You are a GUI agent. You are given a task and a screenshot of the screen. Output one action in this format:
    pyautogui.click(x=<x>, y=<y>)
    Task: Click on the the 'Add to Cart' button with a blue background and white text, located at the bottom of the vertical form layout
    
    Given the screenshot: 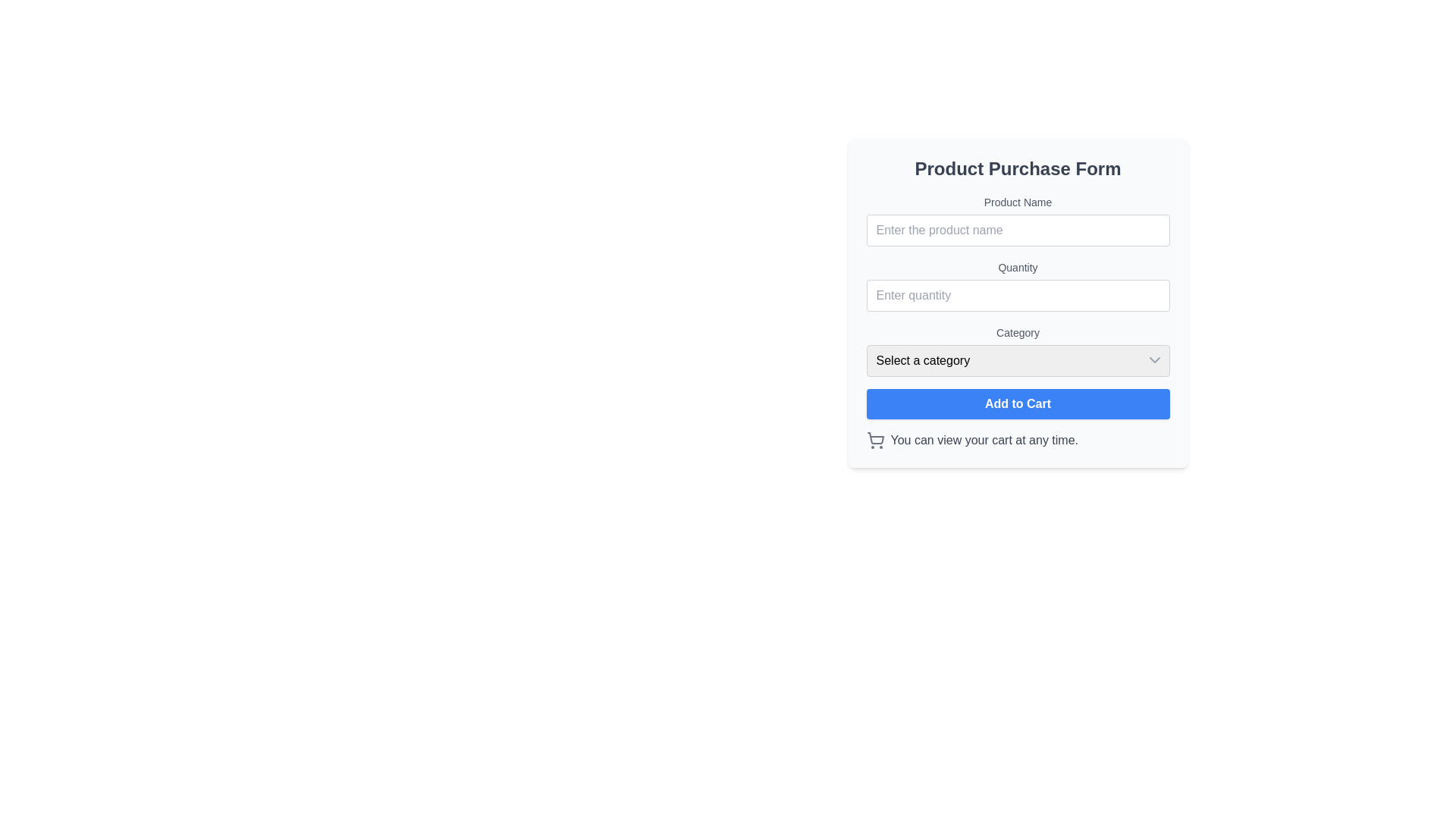 What is the action you would take?
    pyautogui.click(x=1018, y=403)
    